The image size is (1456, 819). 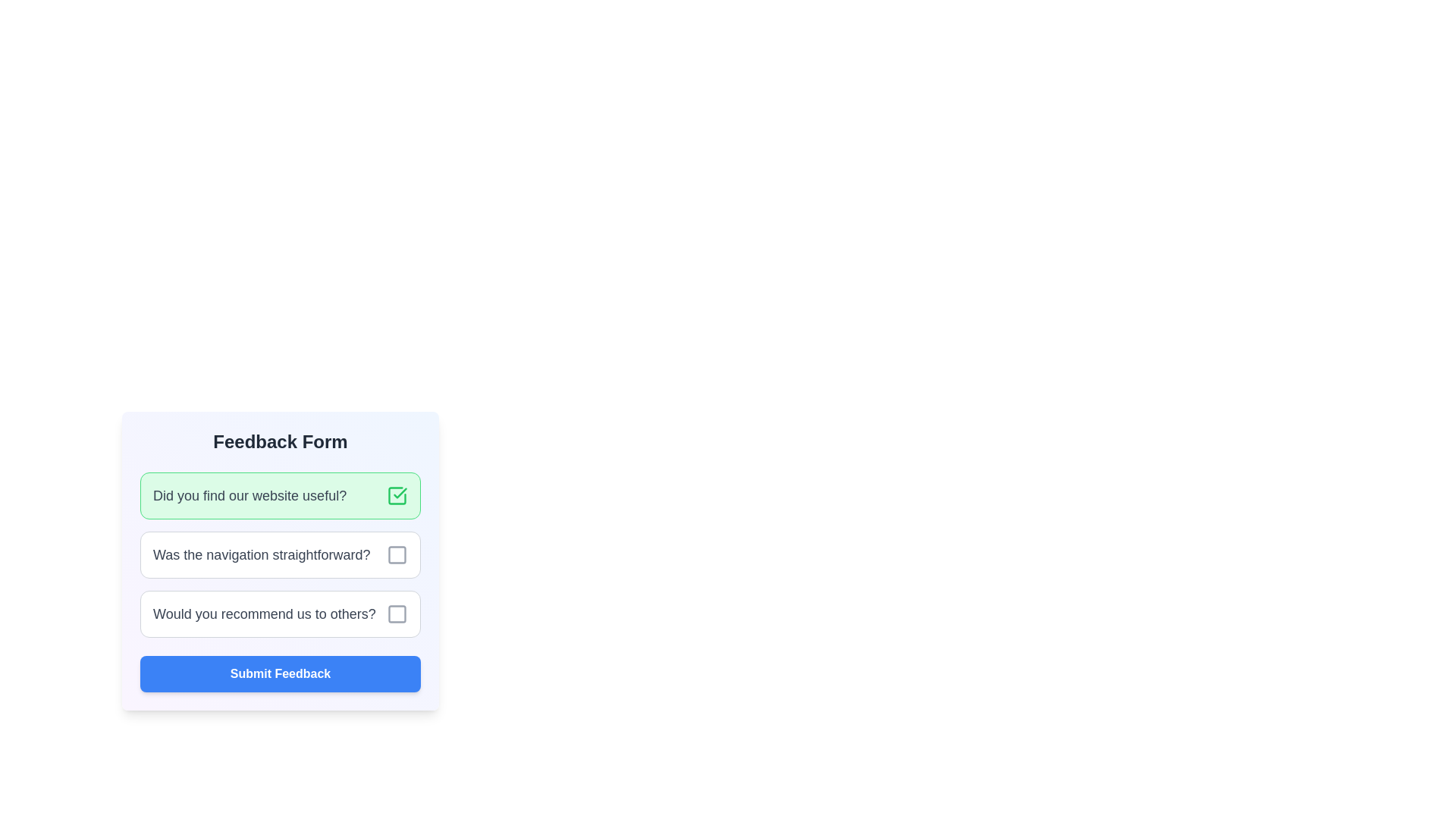 What do you see at coordinates (280, 496) in the screenshot?
I see `the feedback question Did you find our website useful? to view the hover effect` at bounding box center [280, 496].